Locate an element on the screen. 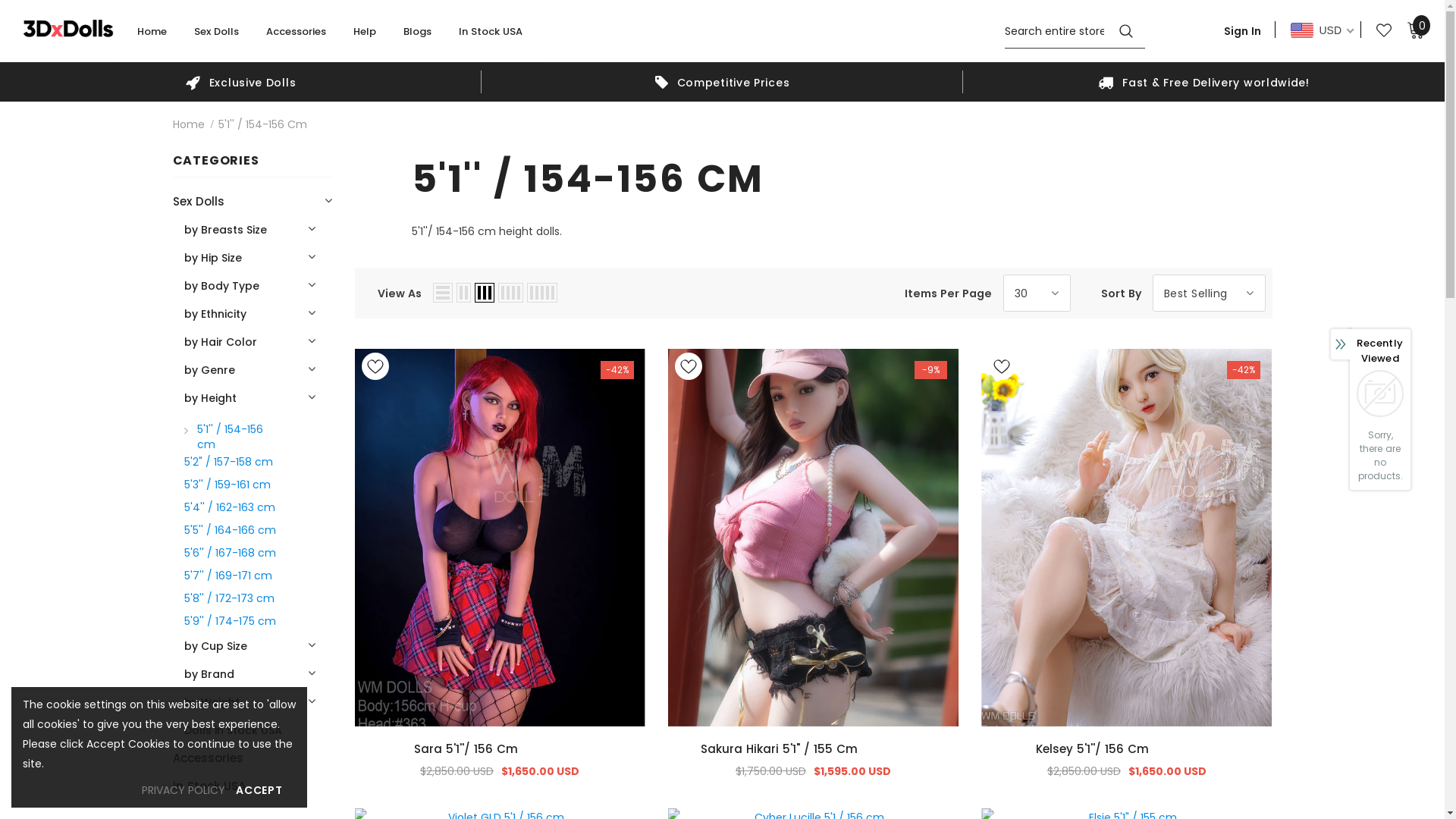 This screenshot has width=1456, height=819. 'PRIVACY POLICY' is located at coordinates (182, 789).